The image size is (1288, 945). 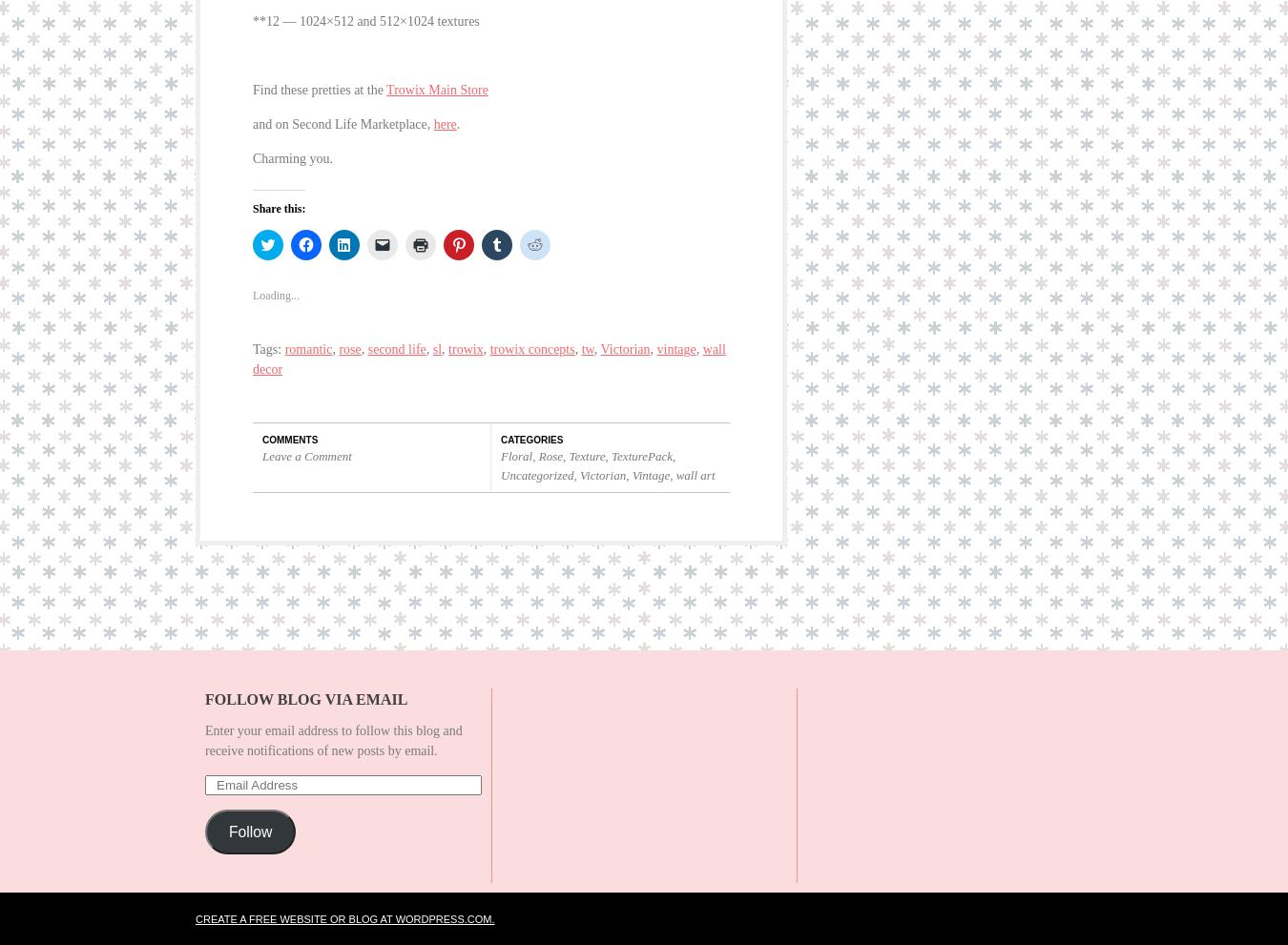 What do you see at coordinates (278, 194) in the screenshot?
I see `'Share this:'` at bounding box center [278, 194].